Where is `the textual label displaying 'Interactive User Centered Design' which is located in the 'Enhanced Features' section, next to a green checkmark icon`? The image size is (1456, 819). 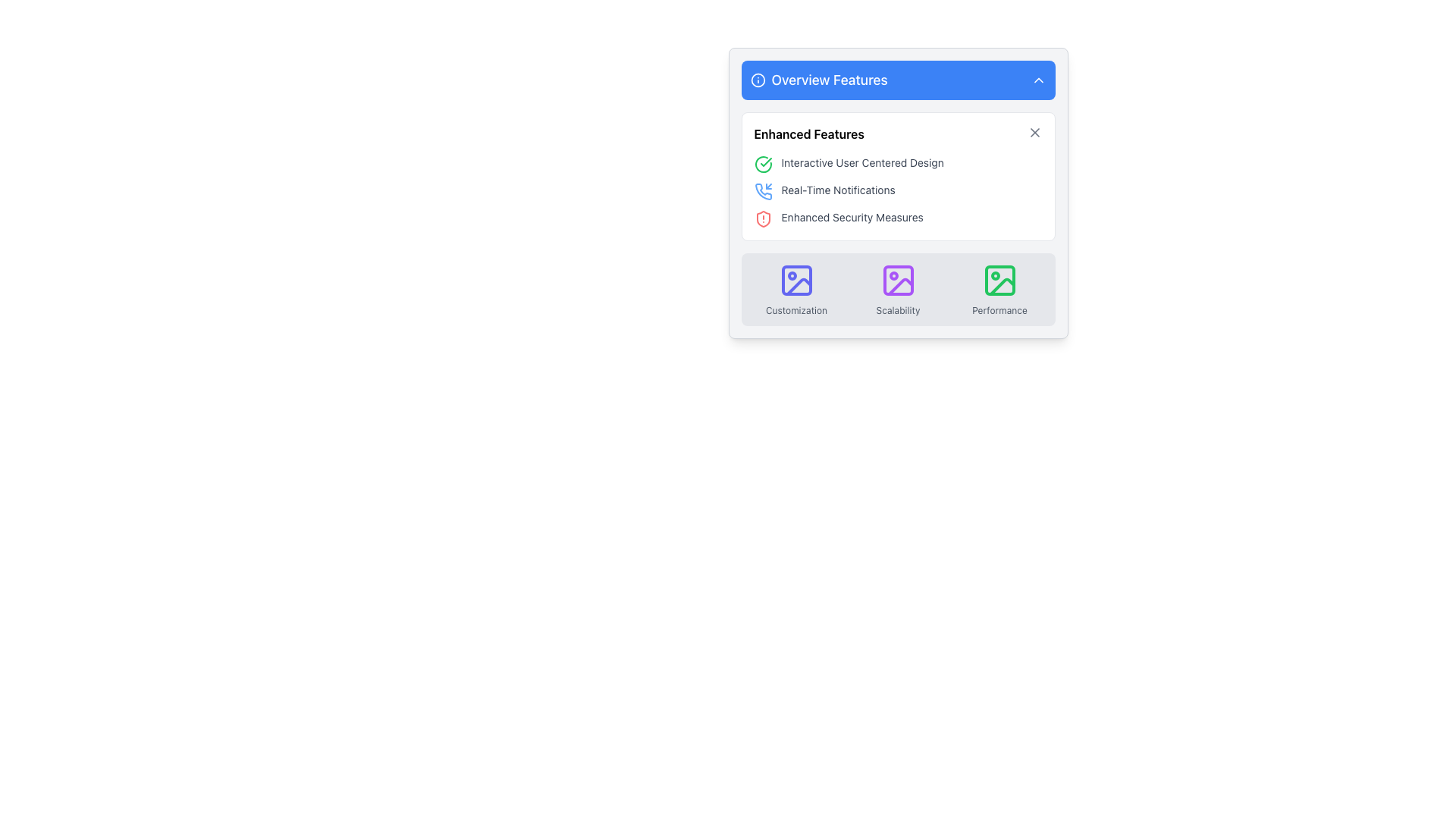
the textual label displaying 'Interactive User Centered Design' which is located in the 'Enhanced Features' section, next to a green checkmark icon is located at coordinates (862, 163).